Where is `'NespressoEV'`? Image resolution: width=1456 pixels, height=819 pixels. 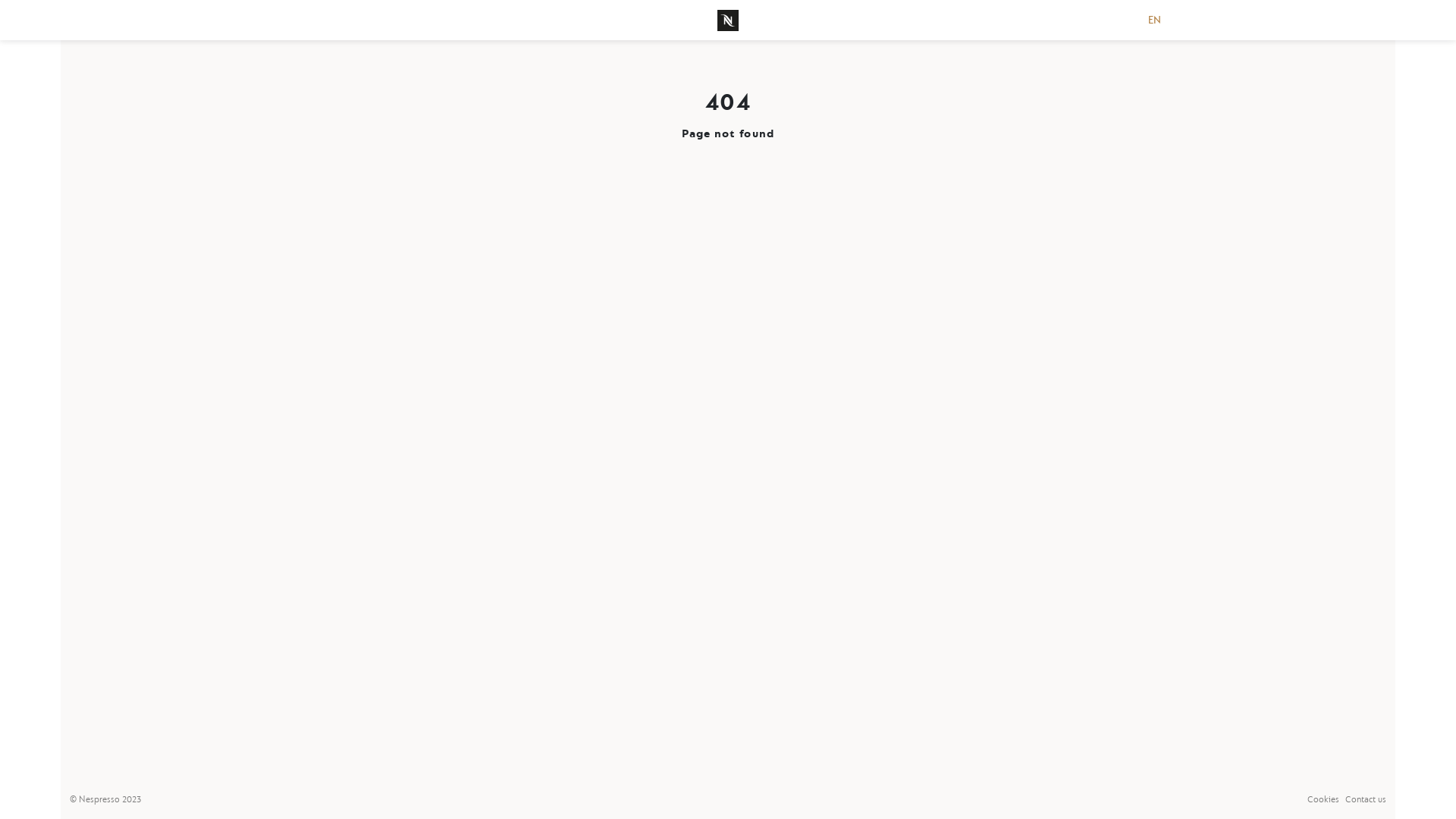 'NespressoEV' is located at coordinates (728, 20).